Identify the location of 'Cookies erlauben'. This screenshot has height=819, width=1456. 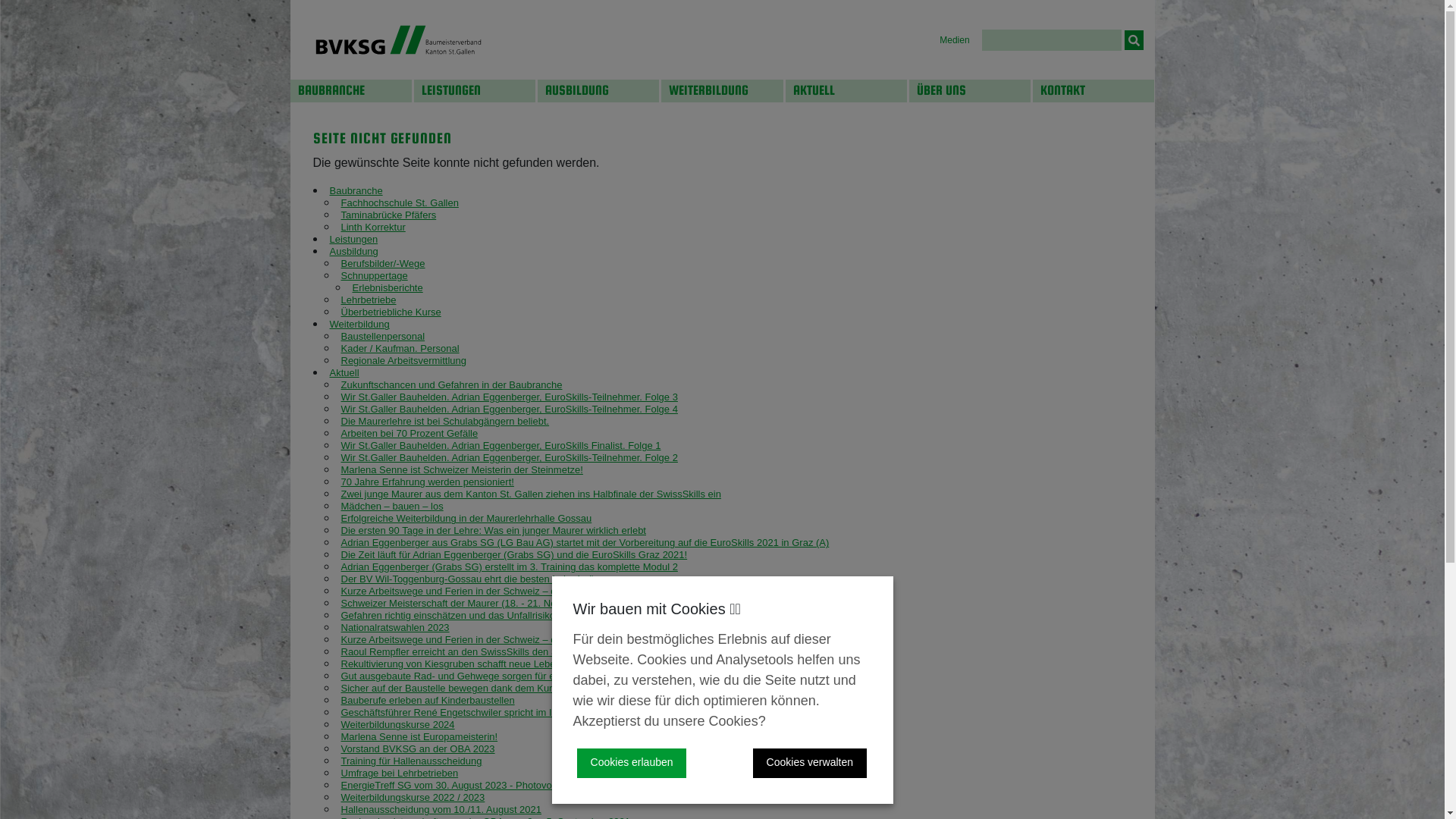
(632, 763).